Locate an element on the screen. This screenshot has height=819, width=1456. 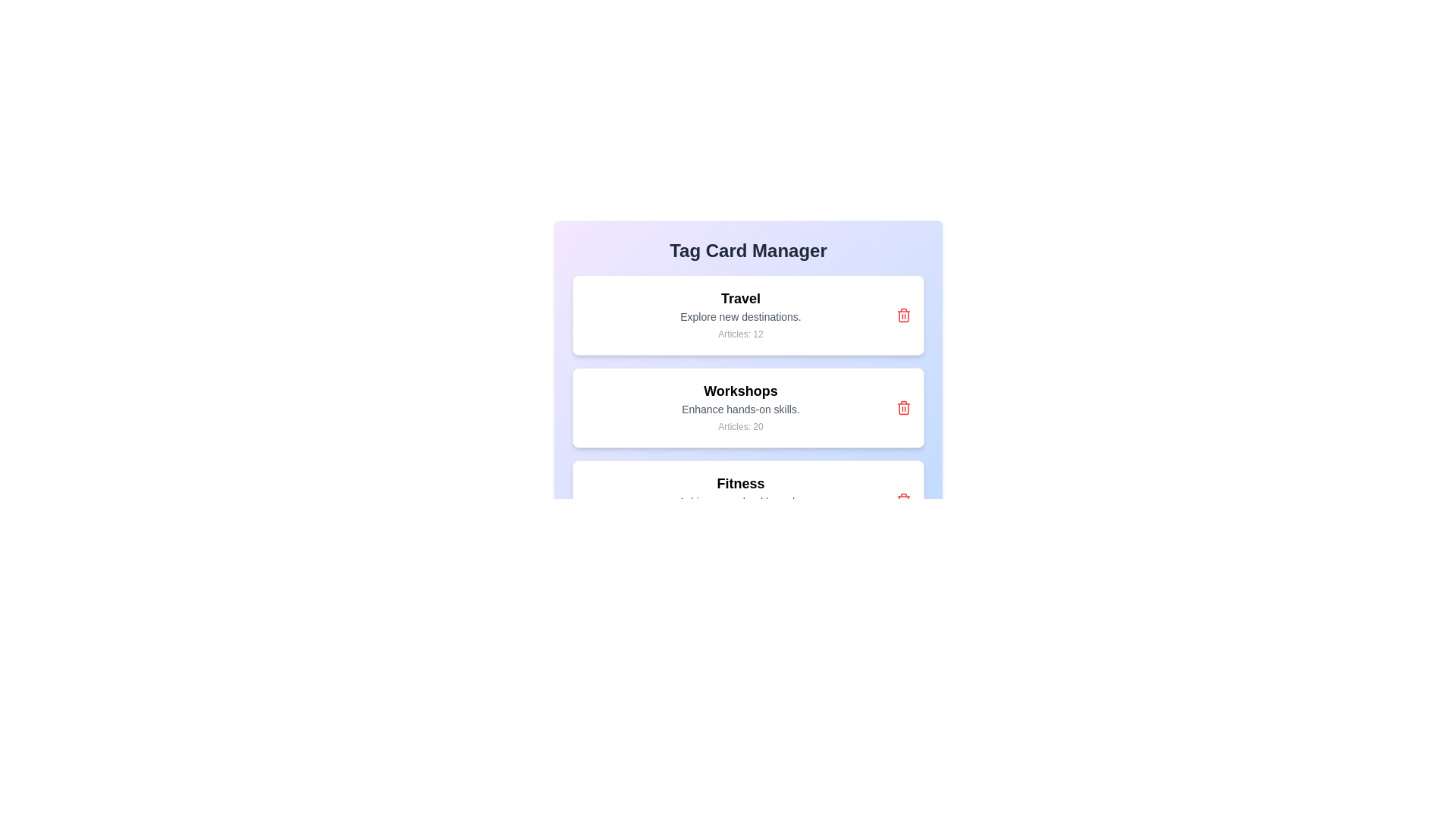
delete button for the tag labeled Workshops is located at coordinates (903, 406).